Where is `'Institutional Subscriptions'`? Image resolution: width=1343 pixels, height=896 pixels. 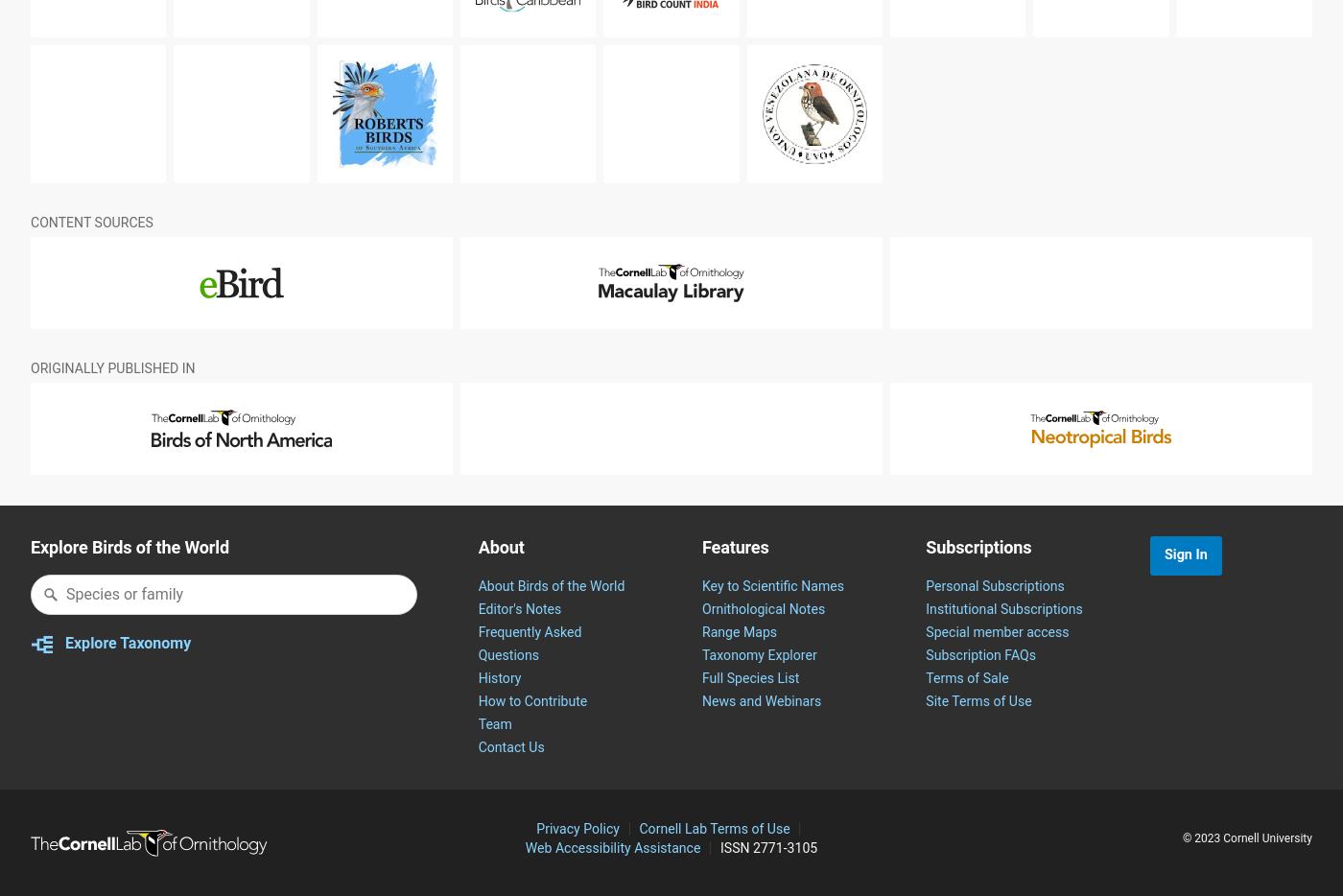
'Institutional Subscriptions' is located at coordinates (1003, 654).